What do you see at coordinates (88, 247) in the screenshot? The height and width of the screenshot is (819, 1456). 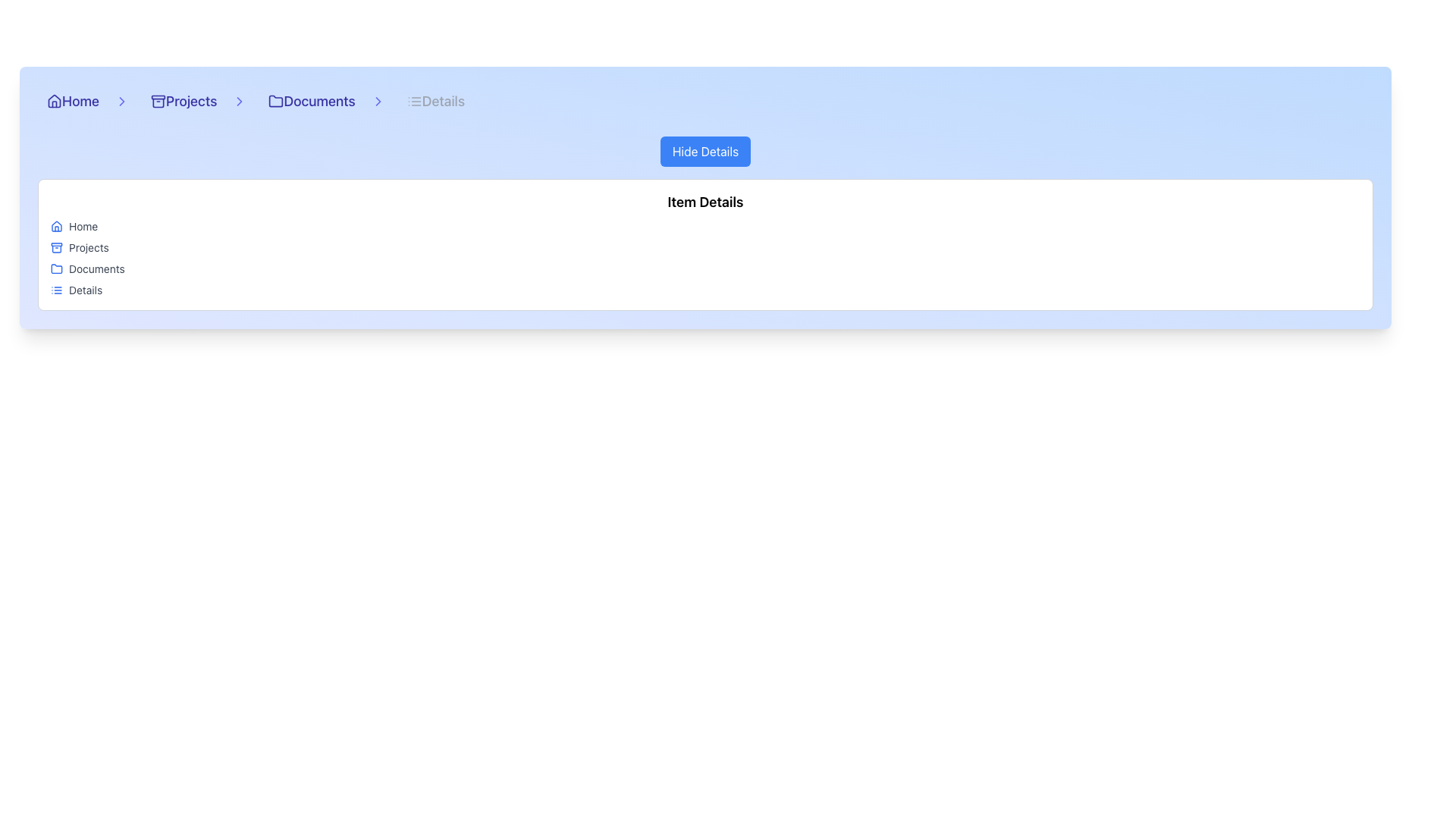 I see `the 'Projects' text label` at bounding box center [88, 247].